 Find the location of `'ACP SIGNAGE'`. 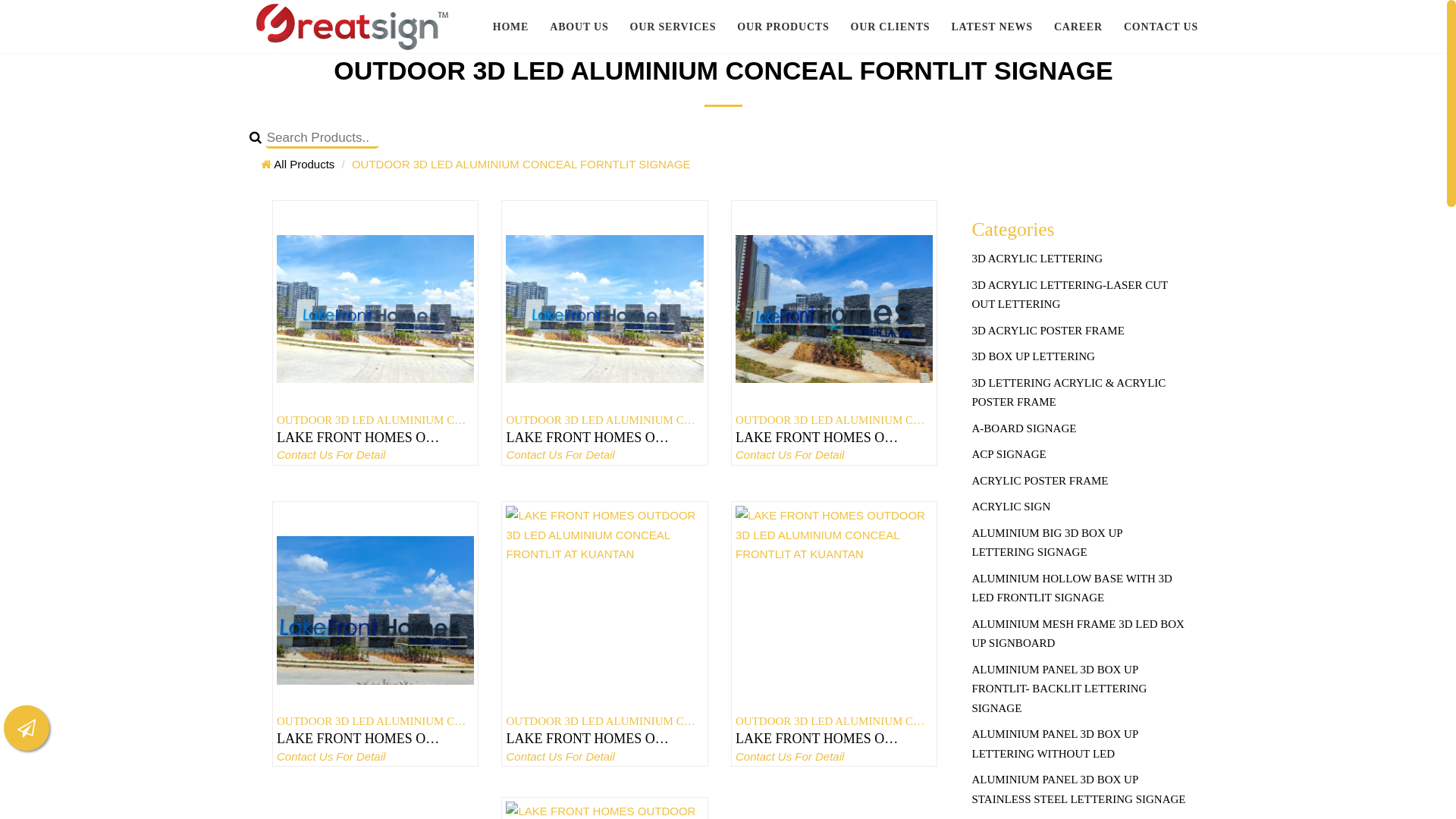

'ACP SIGNAGE' is located at coordinates (971, 454).